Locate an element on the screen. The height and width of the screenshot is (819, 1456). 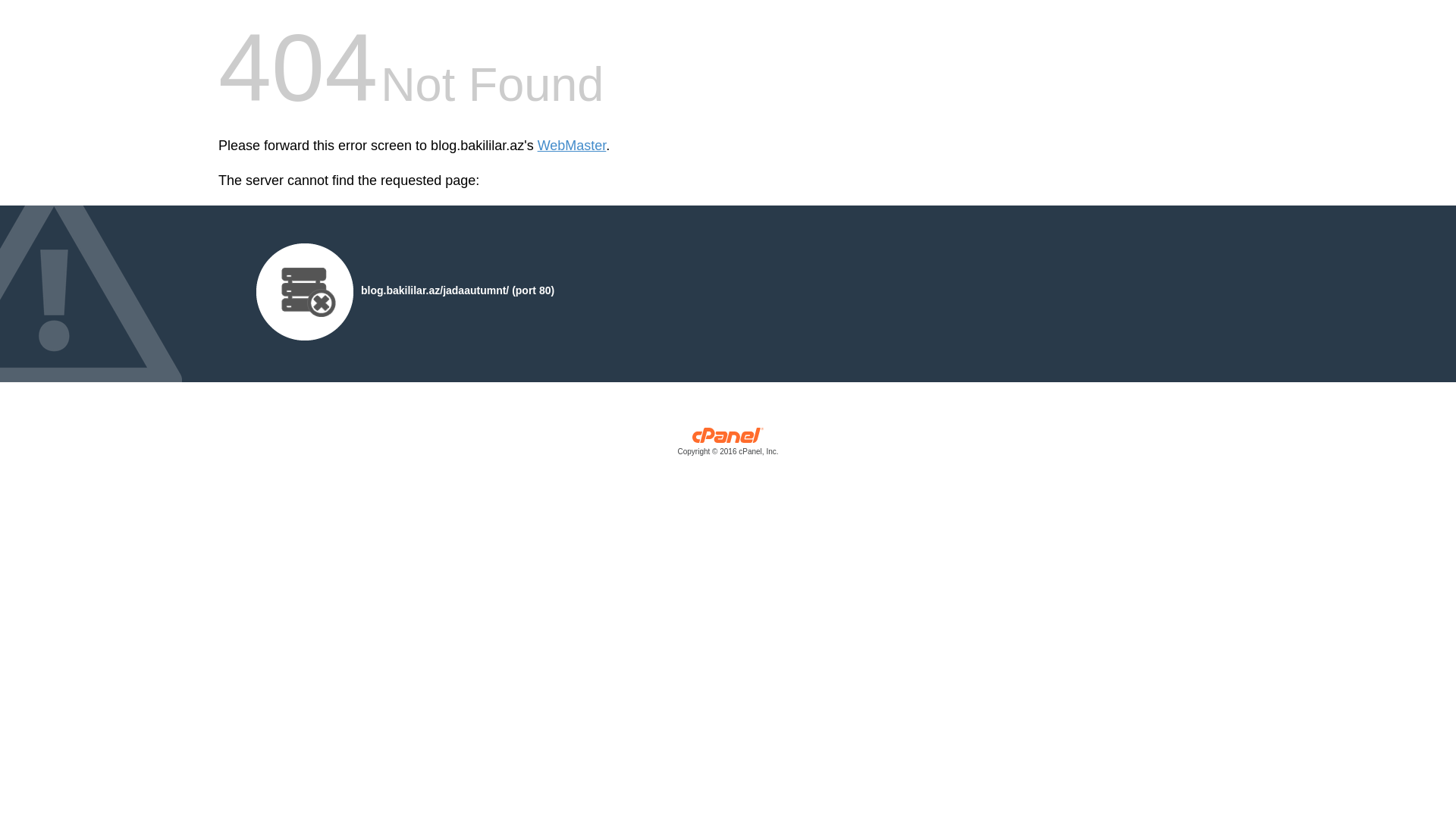
'WebMaster' is located at coordinates (571, 146).